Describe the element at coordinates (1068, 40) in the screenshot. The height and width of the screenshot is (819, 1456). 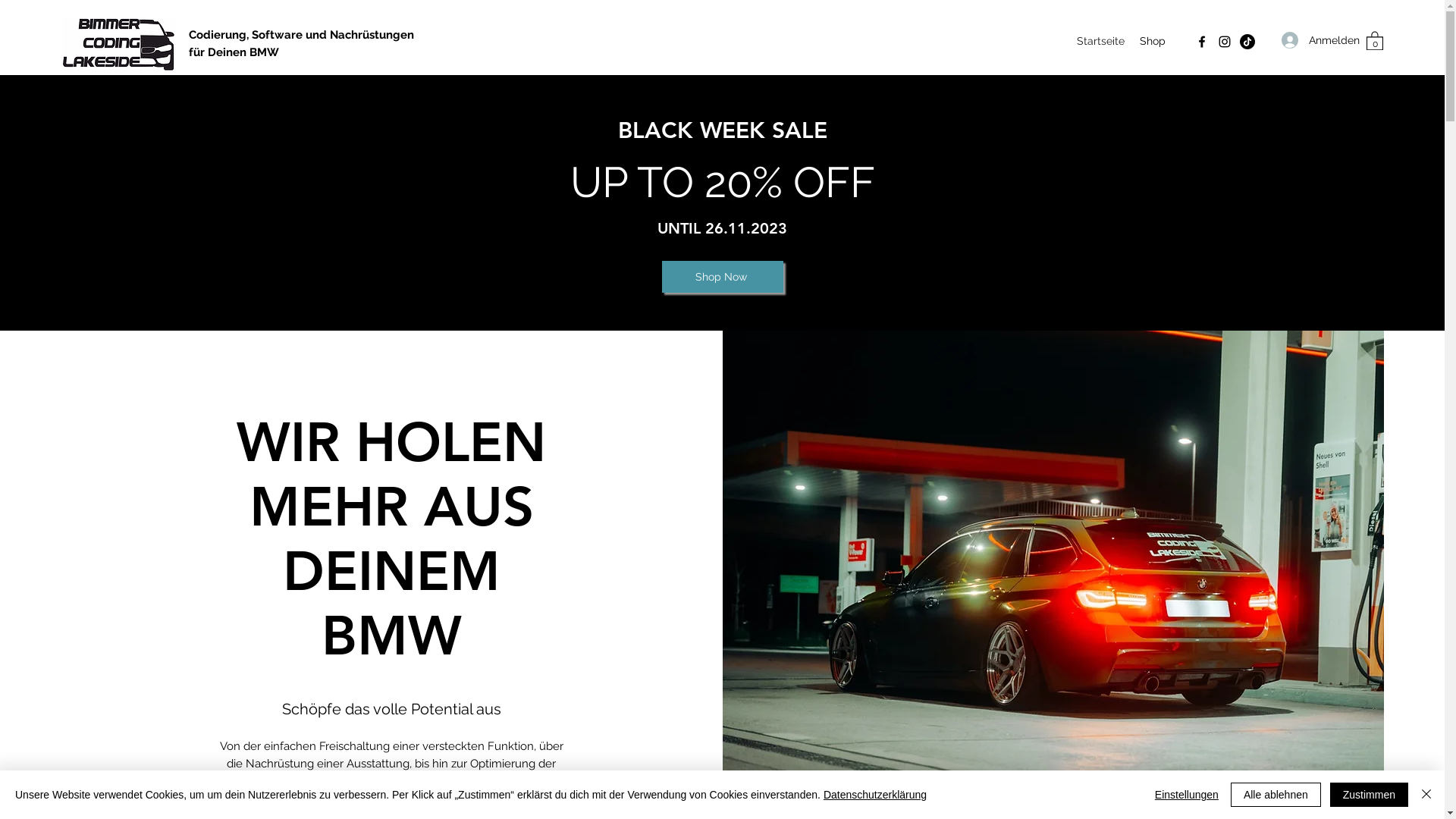
I see `'Startseite'` at that location.